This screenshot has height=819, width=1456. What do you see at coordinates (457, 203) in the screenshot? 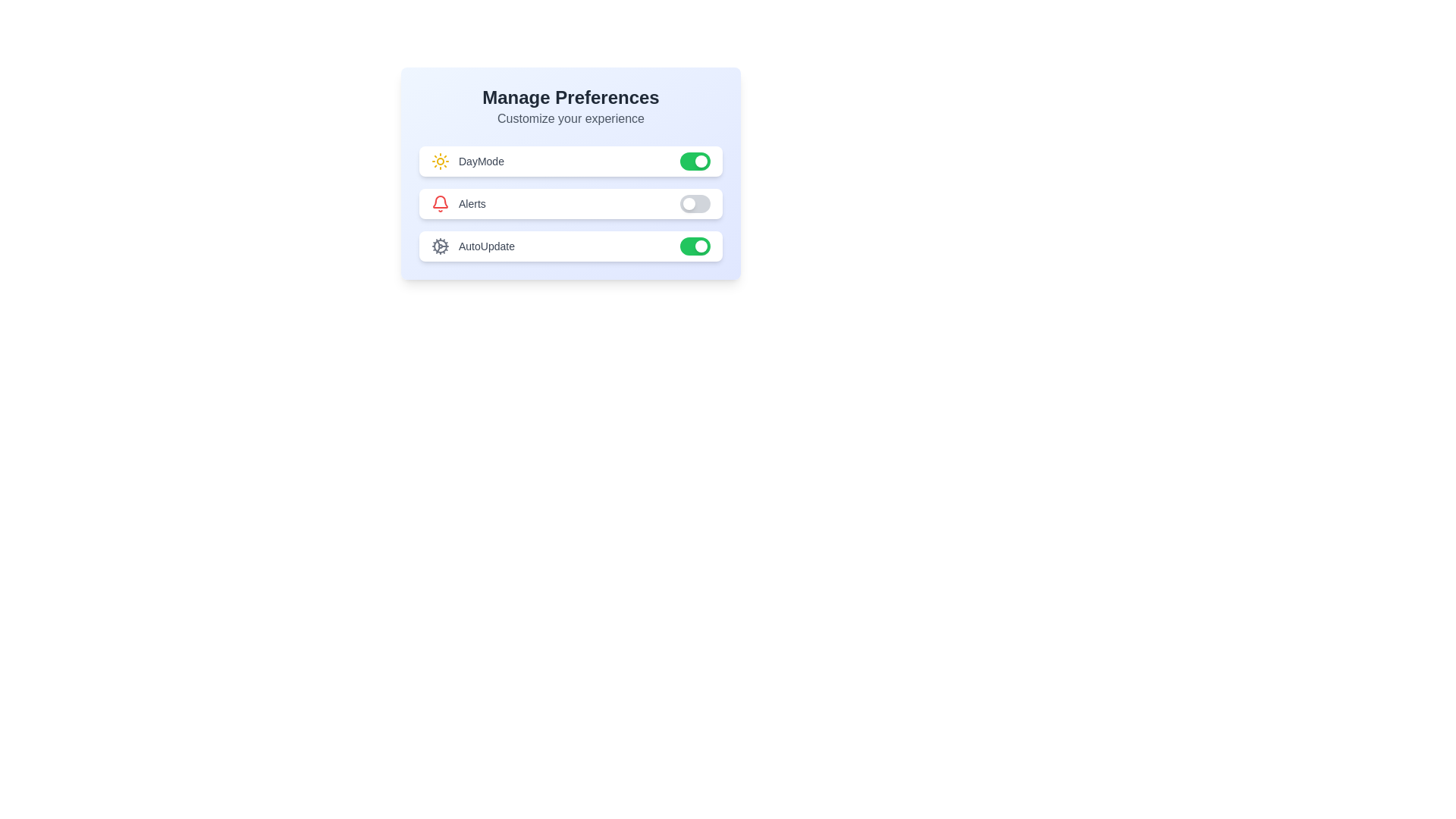
I see `the Label with icon element that features a red bell icon and the text 'alerts', positioned below the 'DayMode' toggle and above the 'AutoUpdate' toggle` at bounding box center [457, 203].